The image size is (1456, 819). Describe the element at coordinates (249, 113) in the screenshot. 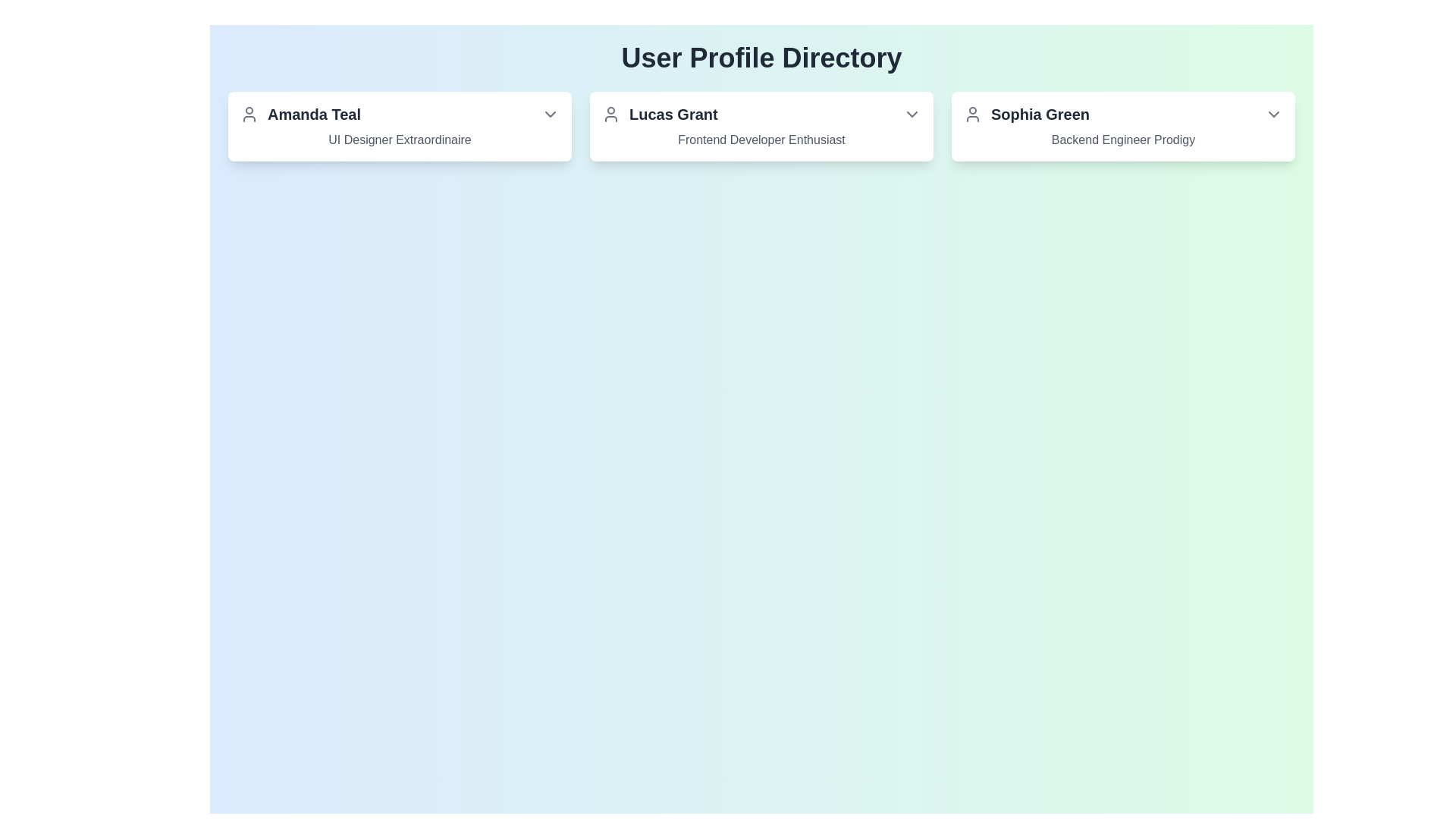

I see `the user icon representing 'Amanda Teal'` at that location.